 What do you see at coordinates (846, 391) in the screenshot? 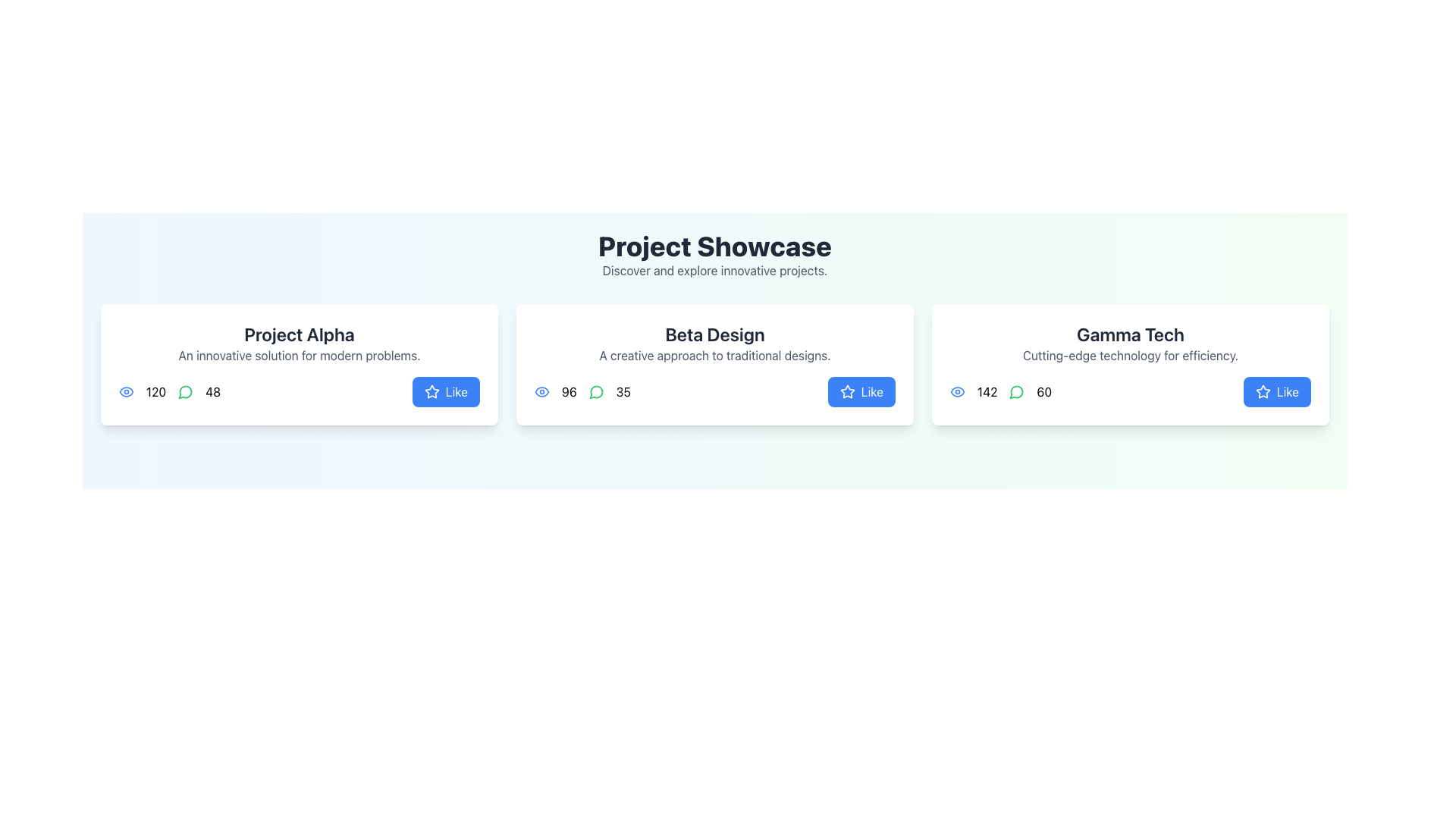
I see `the 'Like' icon located in the bottom right corner of the middle card under the 'Beta Design' section` at bounding box center [846, 391].